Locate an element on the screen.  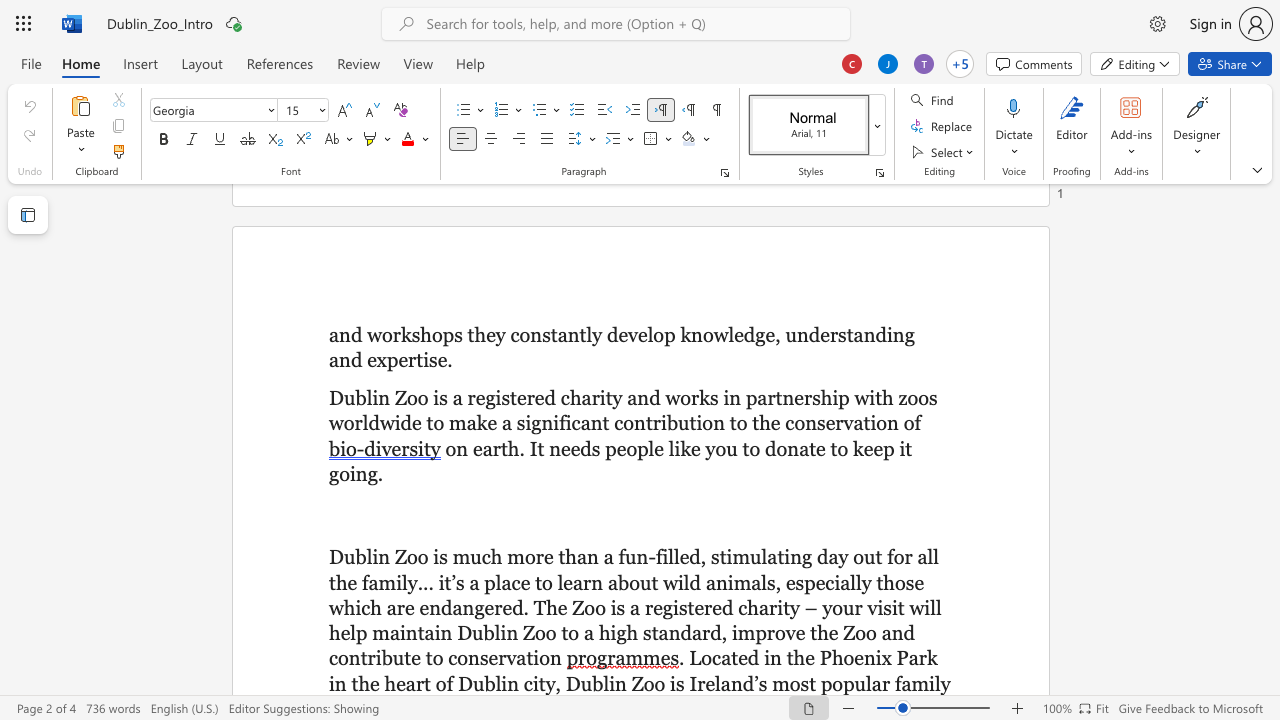
the space between the continuous character "a" and "r" in the text is located at coordinates (492, 447).